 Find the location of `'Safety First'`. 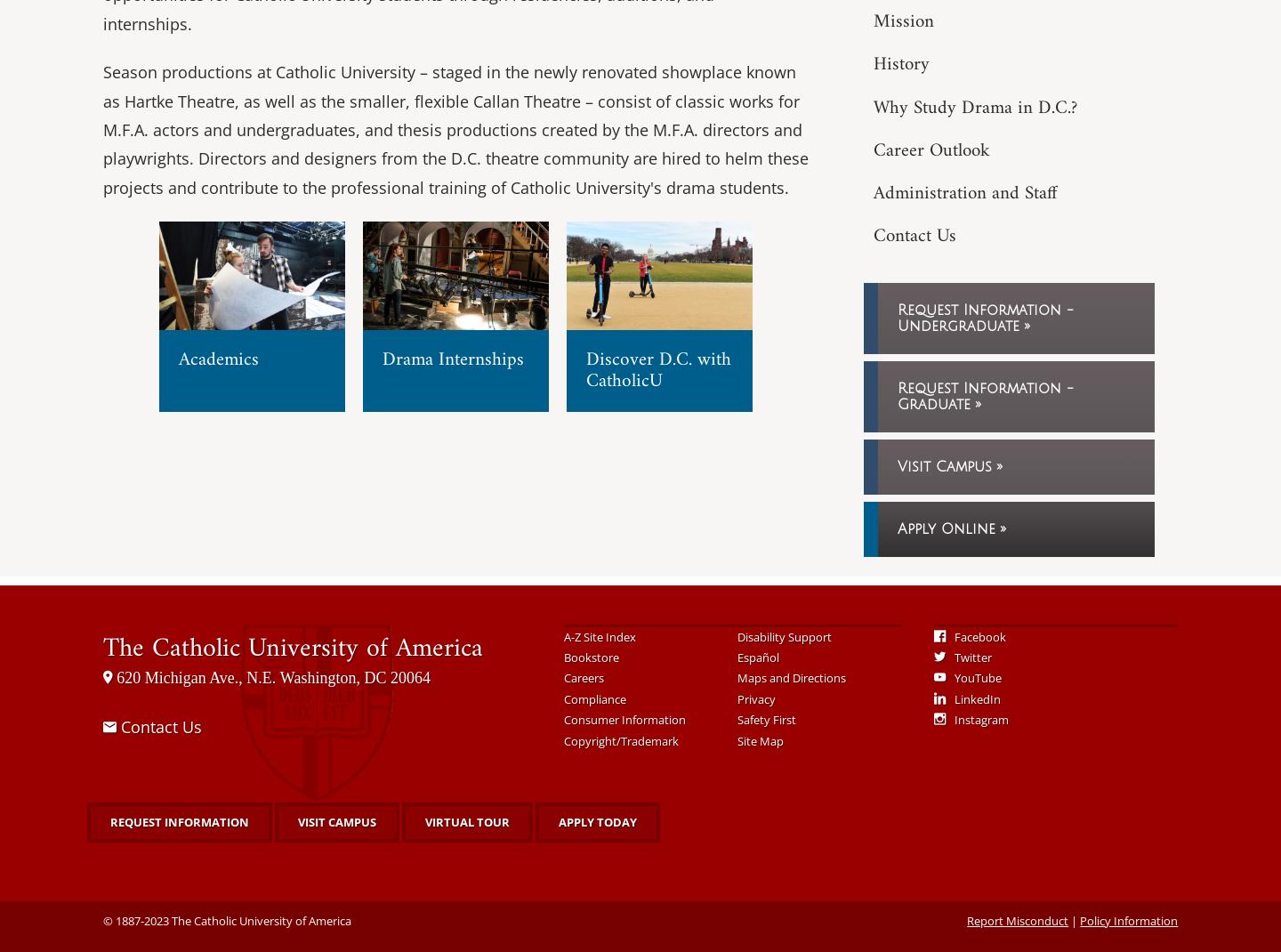

'Safety First' is located at coordinates (765, 720).